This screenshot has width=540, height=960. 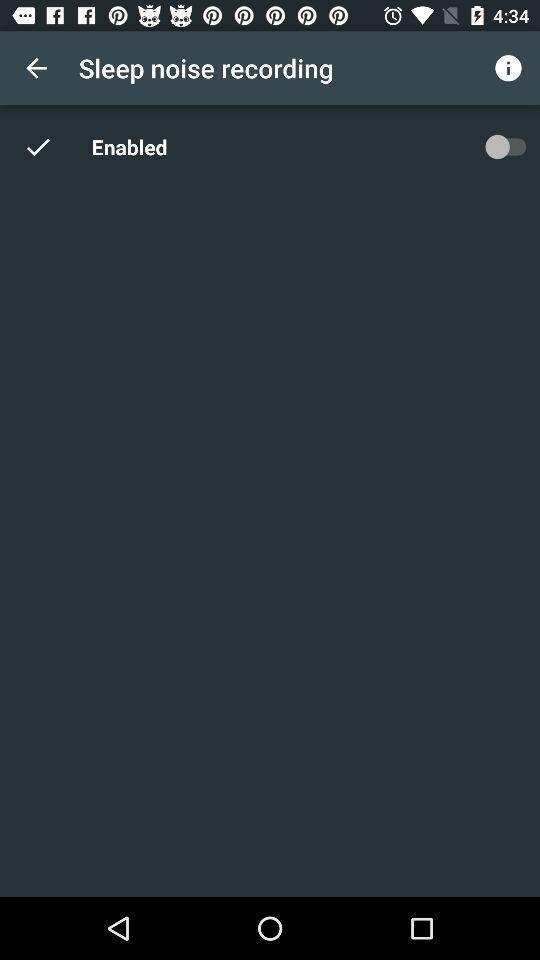 What do you see at coordinates (504, 145) in the screenshot?
I see `the item next to the enabled icon` at bounding box center [504, 145].